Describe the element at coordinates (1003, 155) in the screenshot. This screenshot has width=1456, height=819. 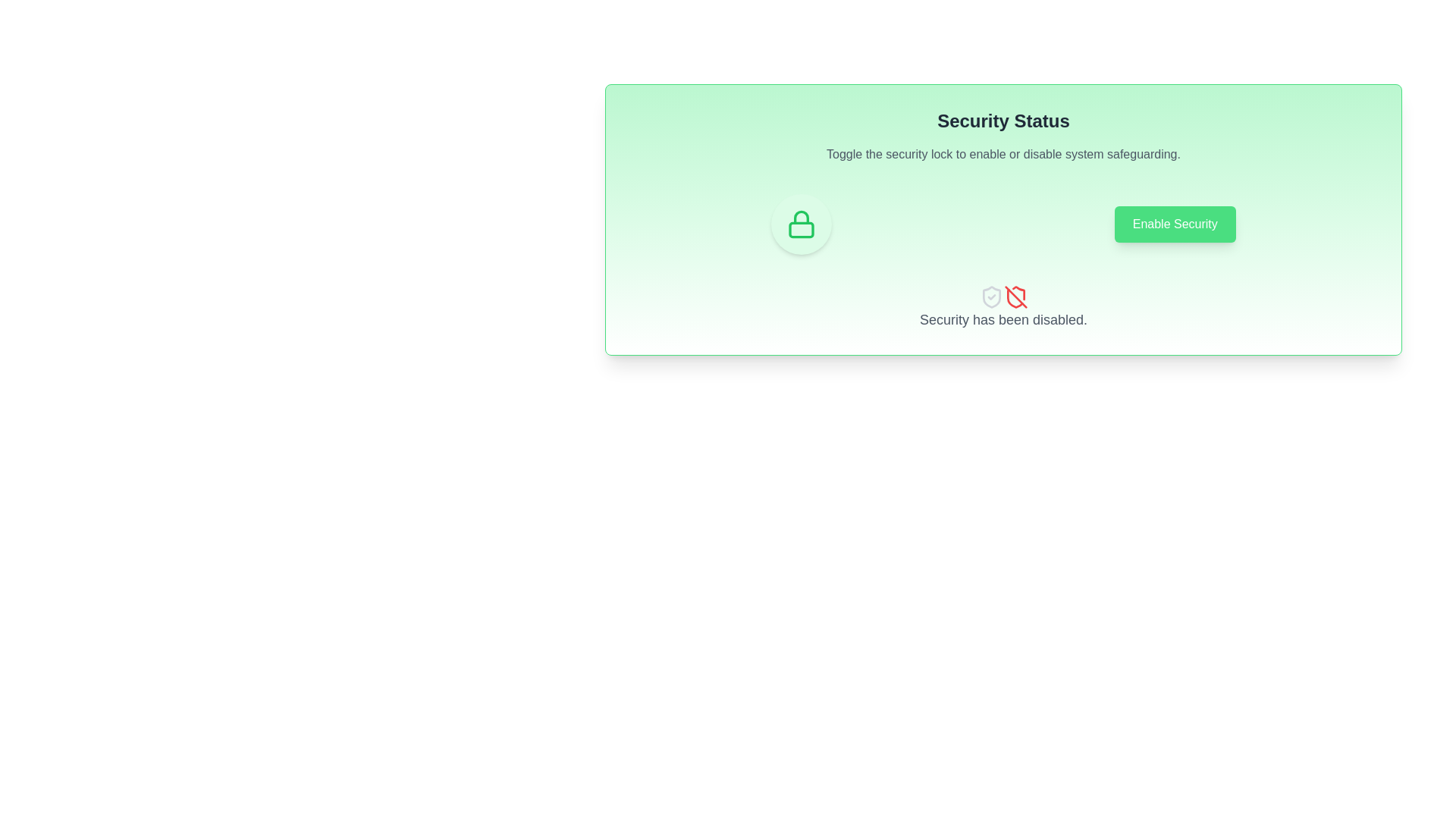
I see `the static informational text block that displays 'Toggle the security lock to enable or disable system safeguarding.' which is positioned below the 'Security Status' heading and above the security lock icon` at that location.